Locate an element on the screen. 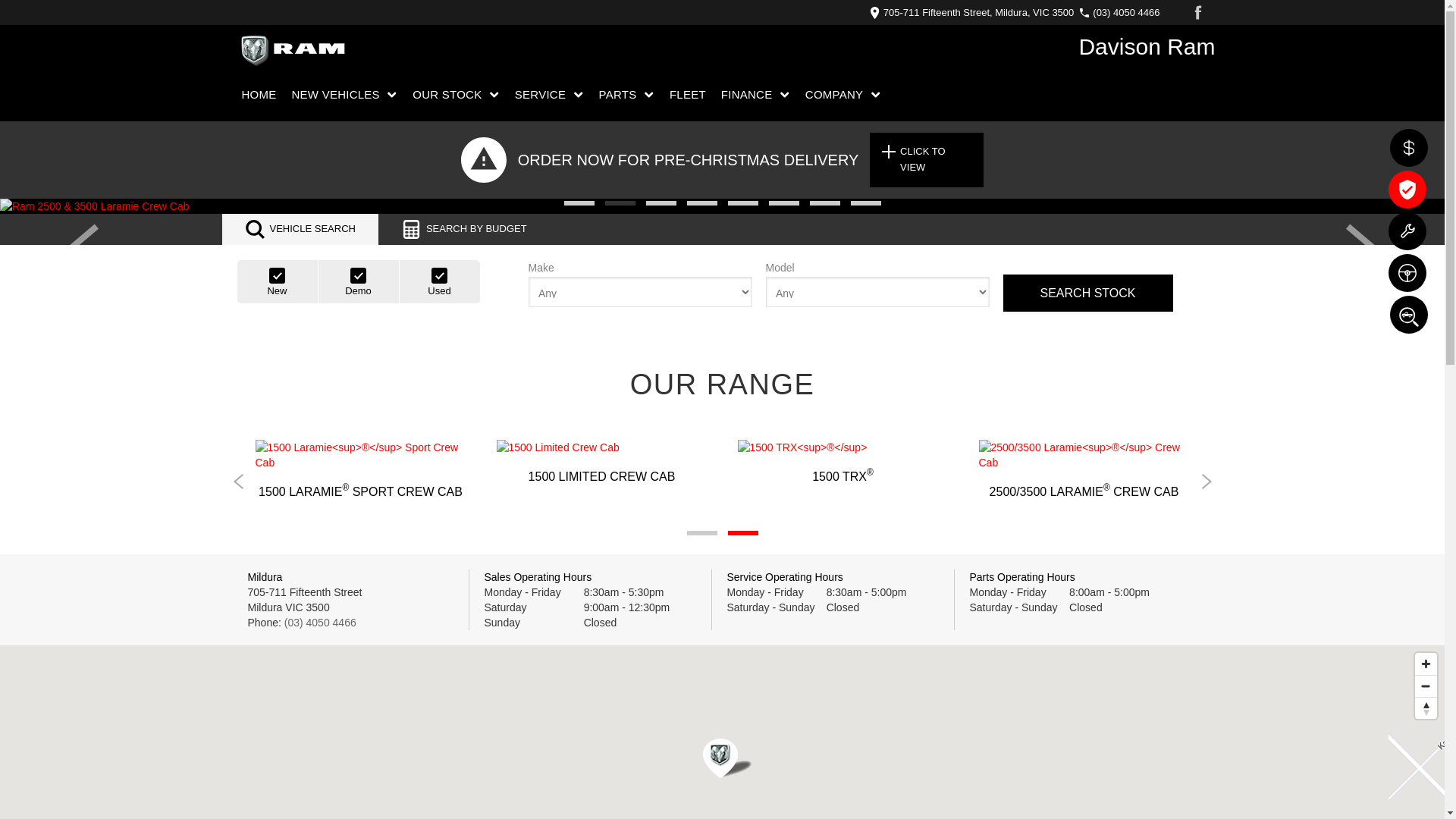  'Zoom out' is located at coordinates (1425, 686).